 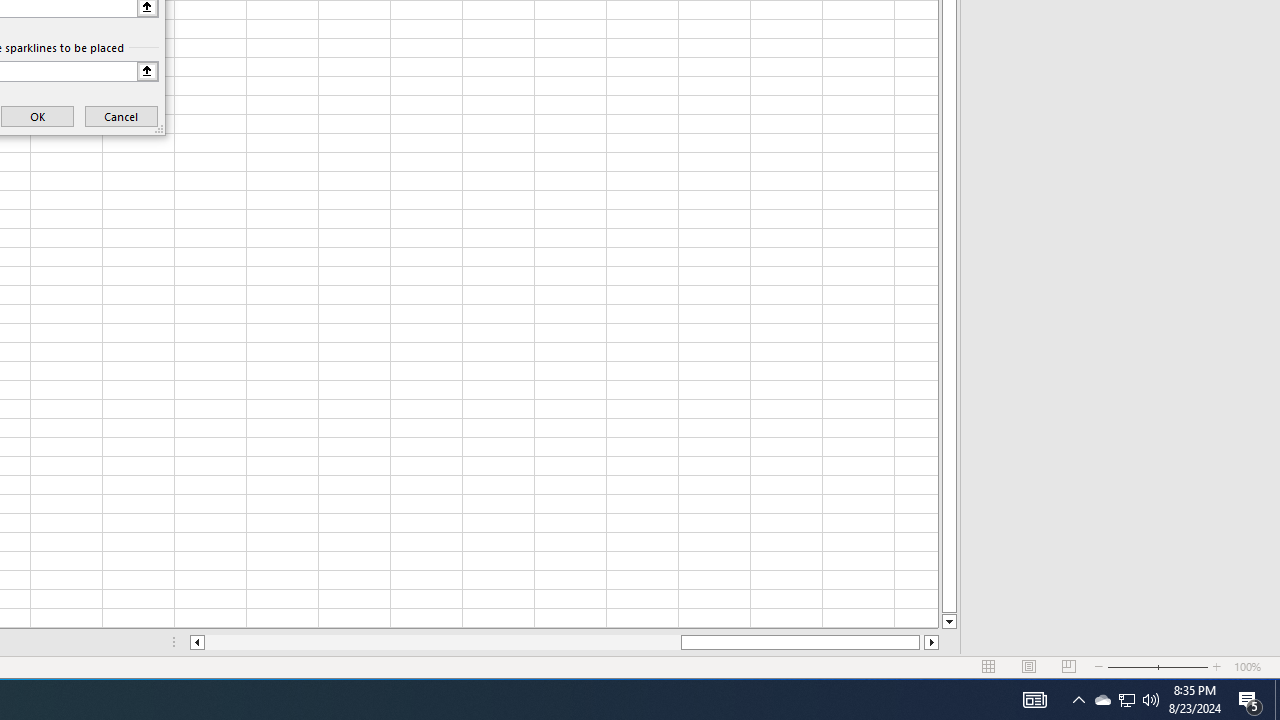 I want to click on 'Normal', so click(x=988, y=667).